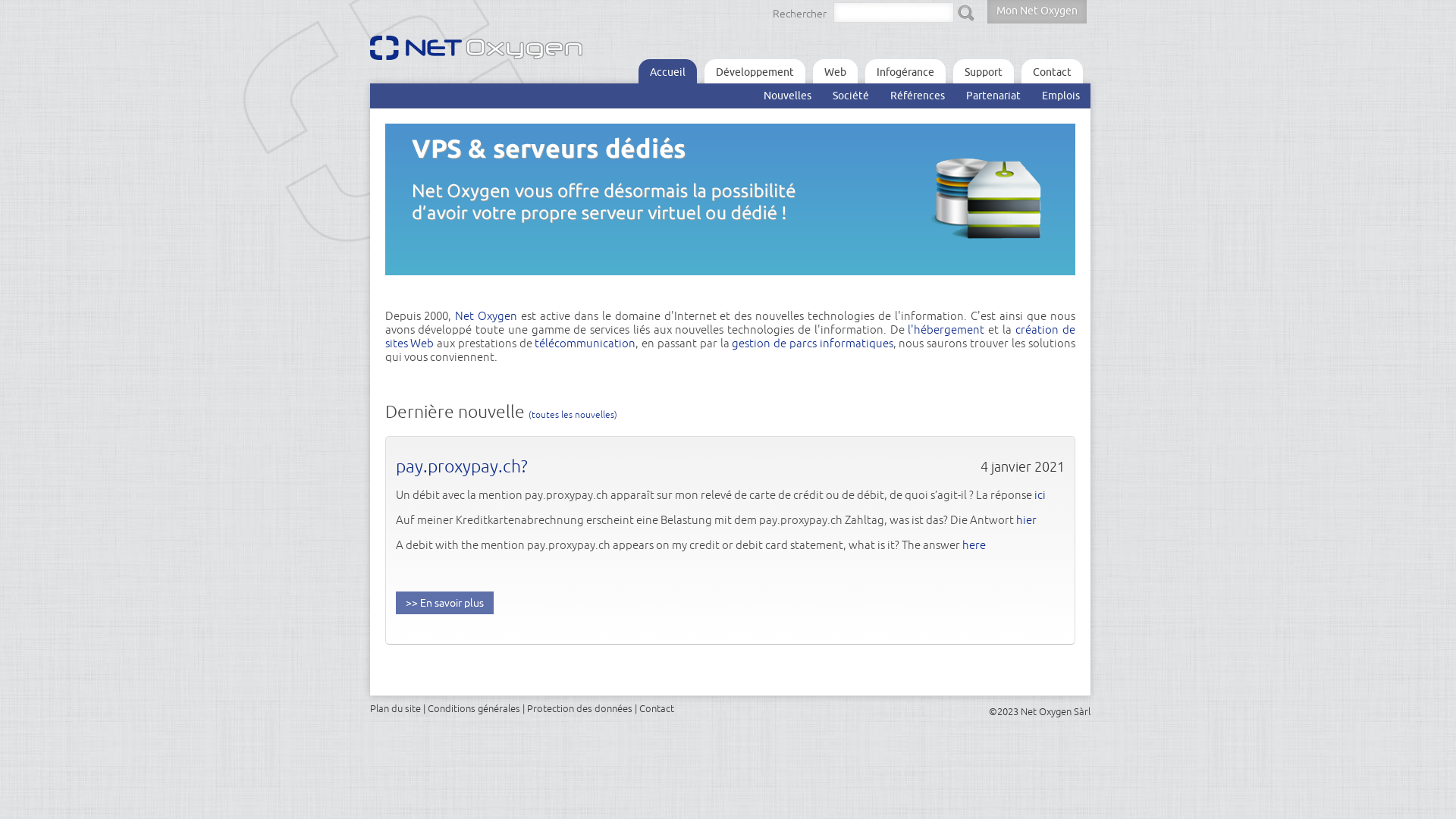 The width and height of the screenshot is (1456, 819). Describe the element at coordinates (396, 465) in the screenshot. I see `'pay.proxypay.ch?'` at that location.